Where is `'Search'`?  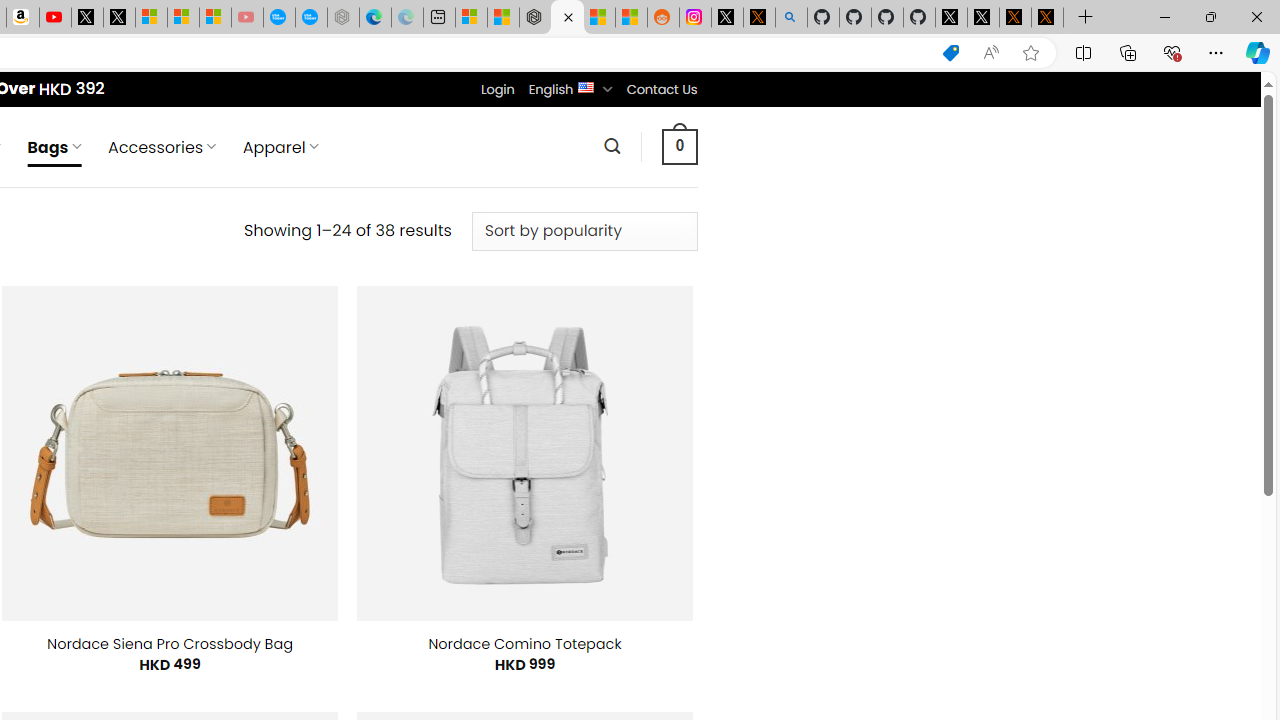
'Search' is located at coordinates (611, 145).